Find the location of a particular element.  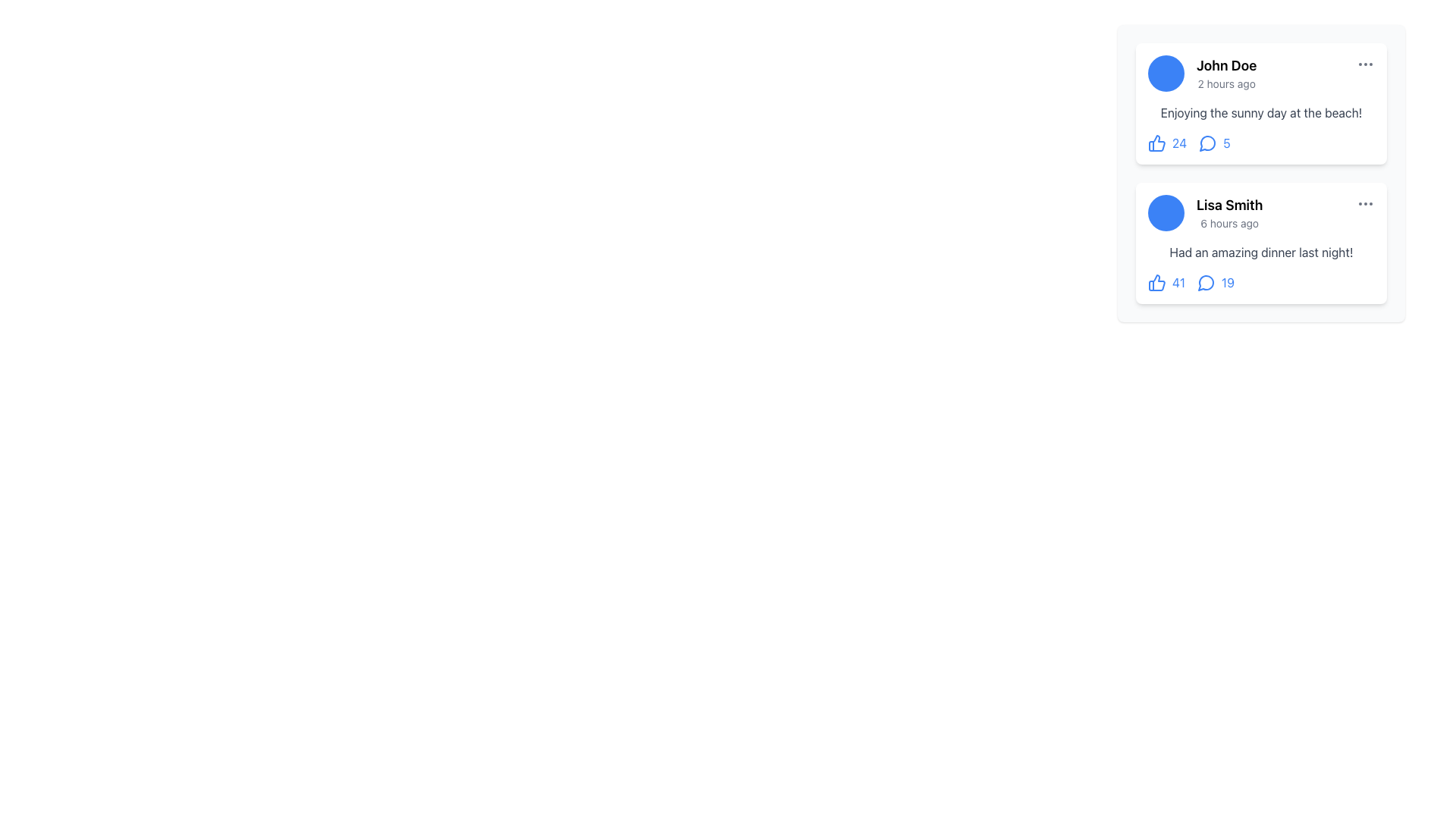

the text element displaying the user's post content, located below the username 'John Doe' and above the reaction section is located at coordinates (1261, 112).